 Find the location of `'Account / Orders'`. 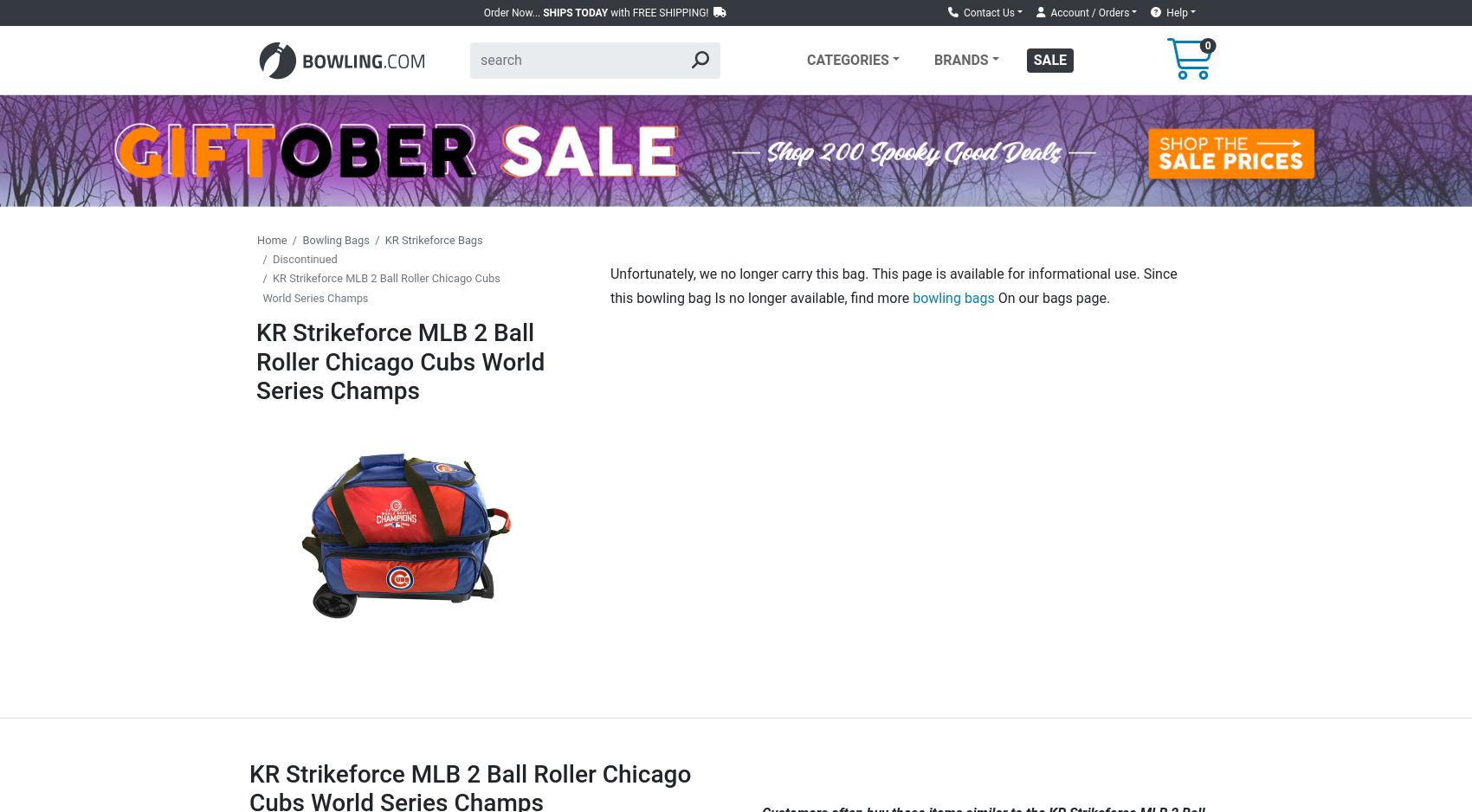

'Account / Orders' is located at coordinates (1086, 11).